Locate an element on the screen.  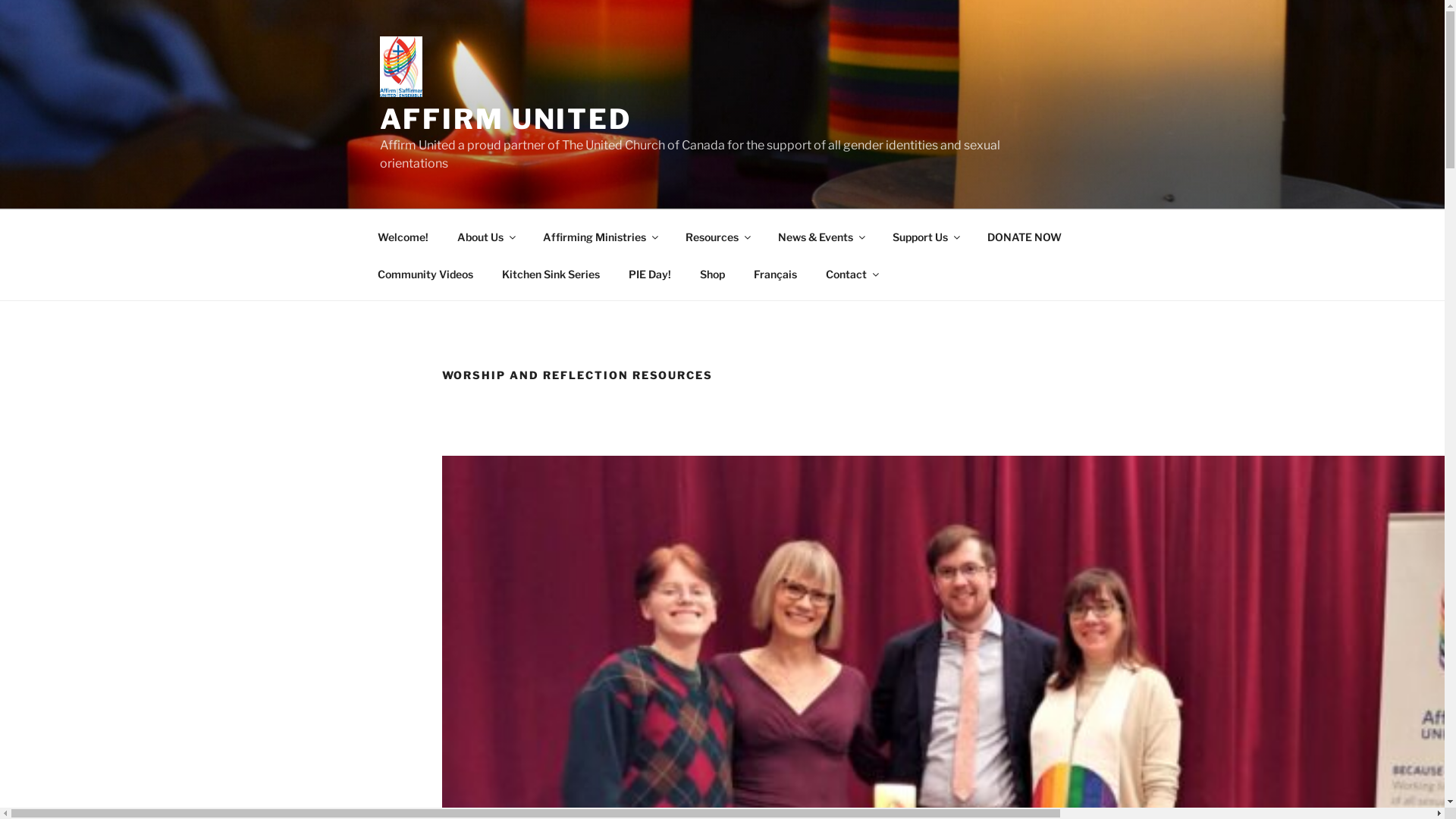
'Affirming Ministries' is located at coordinates (598, 237).